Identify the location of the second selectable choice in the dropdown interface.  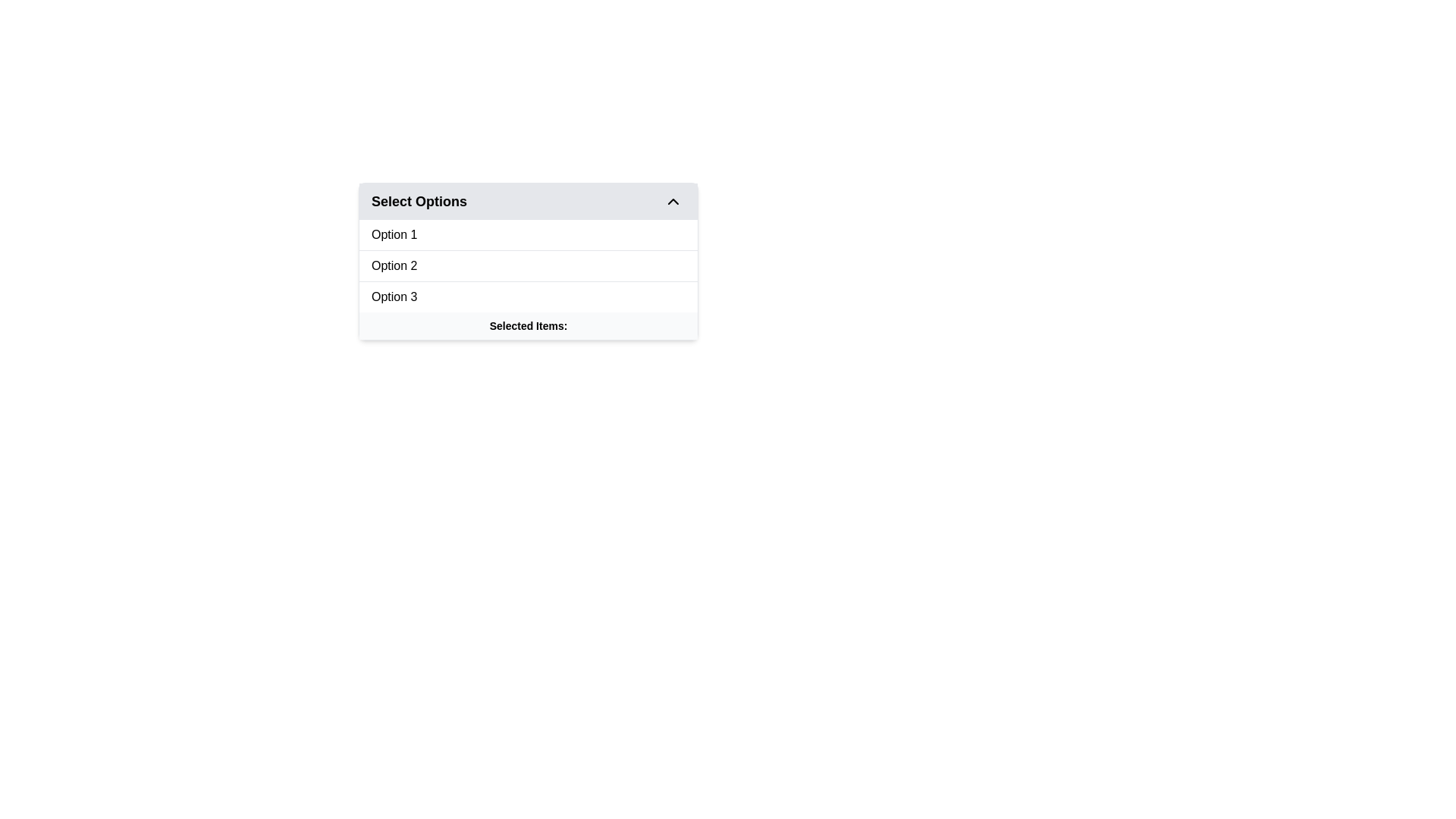
(528, 260).